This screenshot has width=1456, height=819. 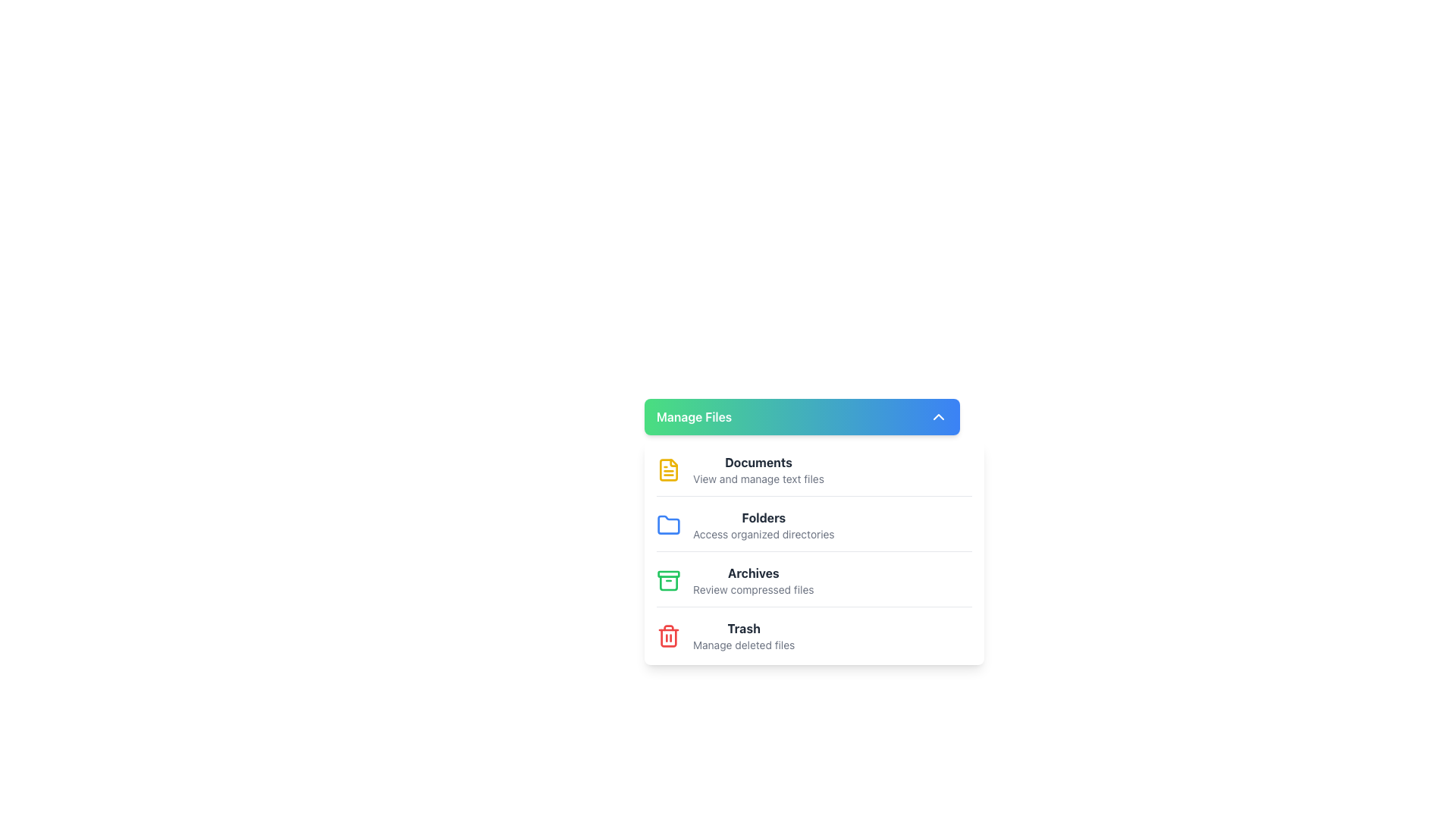 I want to click on an item in the Dropdown menu content under the 'Manage Files' button, so click(x=814, y=553).